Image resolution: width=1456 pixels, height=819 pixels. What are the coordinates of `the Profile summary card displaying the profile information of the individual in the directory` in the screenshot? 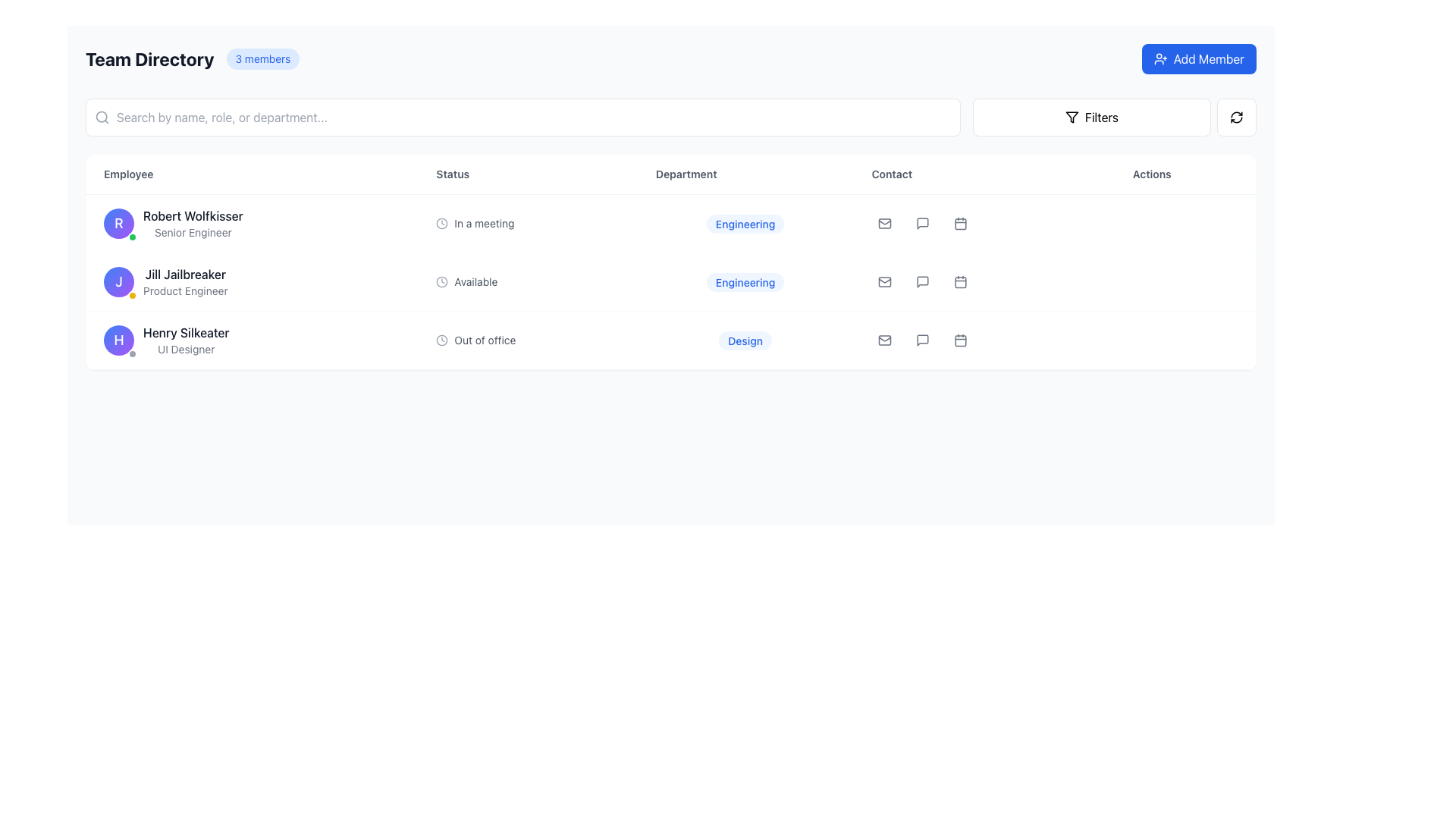 It's located at (252, 339).